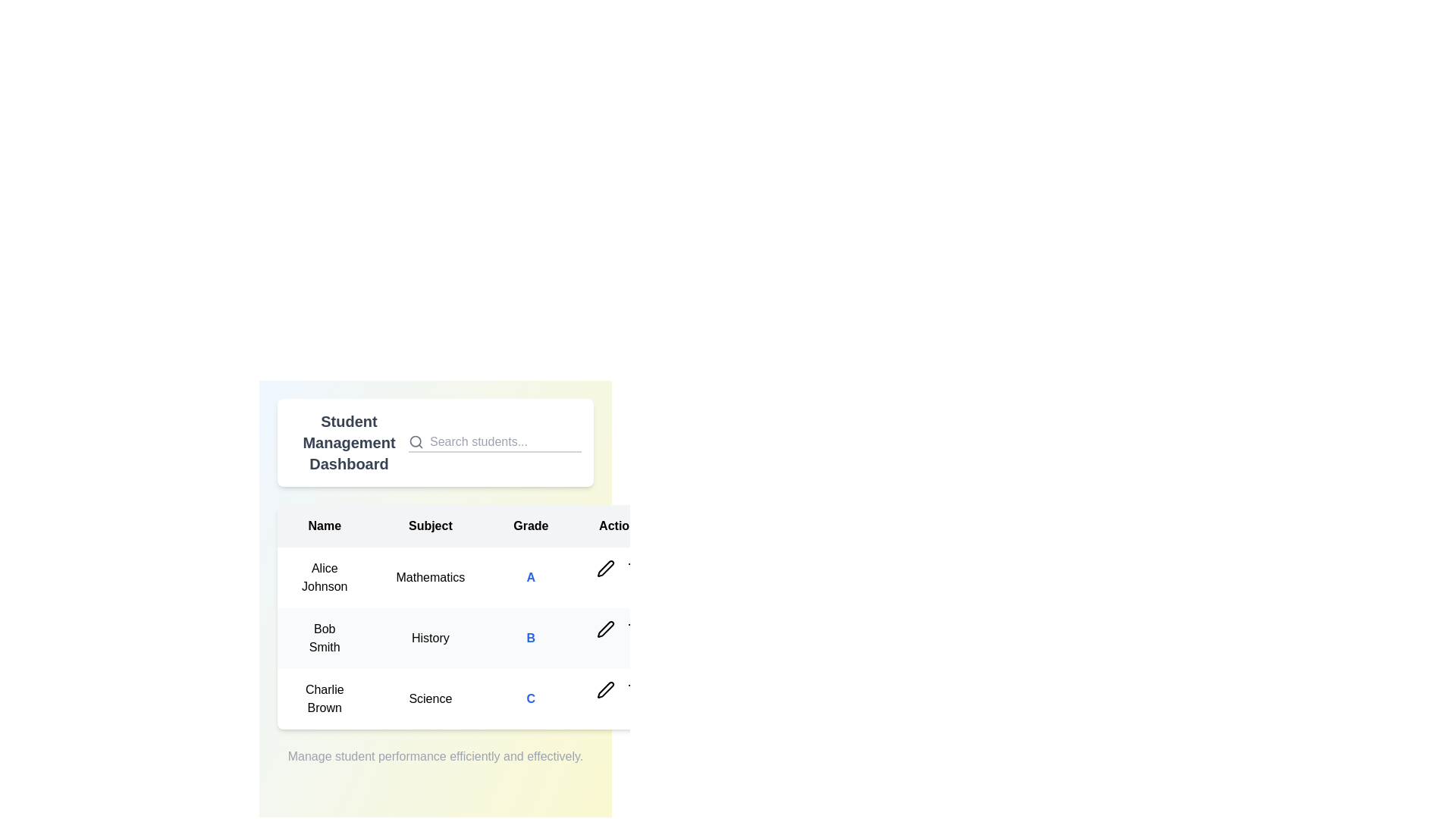 Image resolution: width=1456 pixels, height=819 pixels. Describe the element at coordinates (531, 526) in the screenshot. I see `the Table Header that identifies the column containing grades, positioned centrally between 'Subject' and 'Actions' in the header row` at that location.